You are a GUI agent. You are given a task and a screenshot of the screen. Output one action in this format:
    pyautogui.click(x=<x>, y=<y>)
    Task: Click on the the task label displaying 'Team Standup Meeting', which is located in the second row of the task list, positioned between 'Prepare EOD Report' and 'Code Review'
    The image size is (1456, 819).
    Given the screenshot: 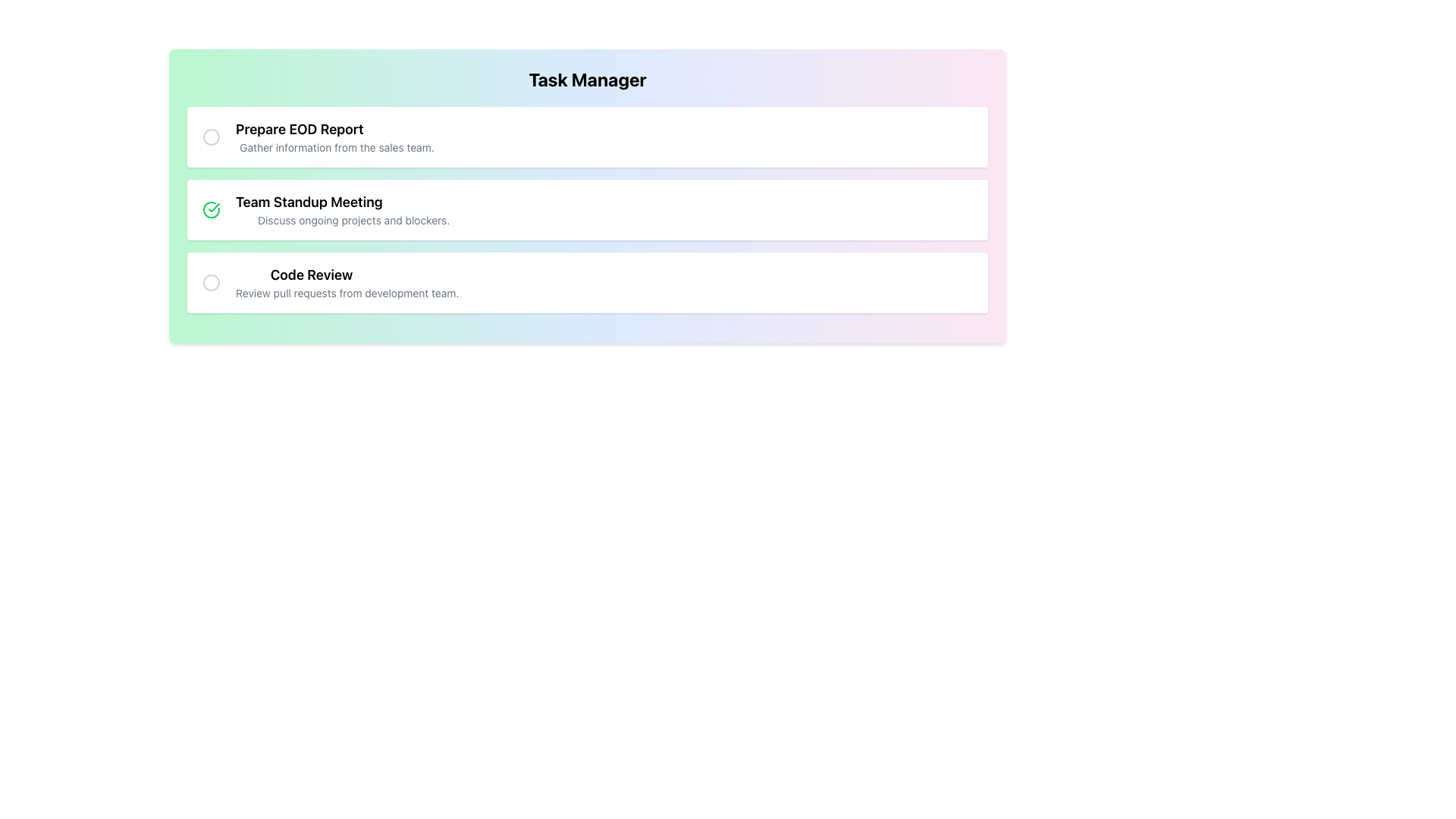 What is the action you would take?
    pyautogui.click(x=353, y=210)
    